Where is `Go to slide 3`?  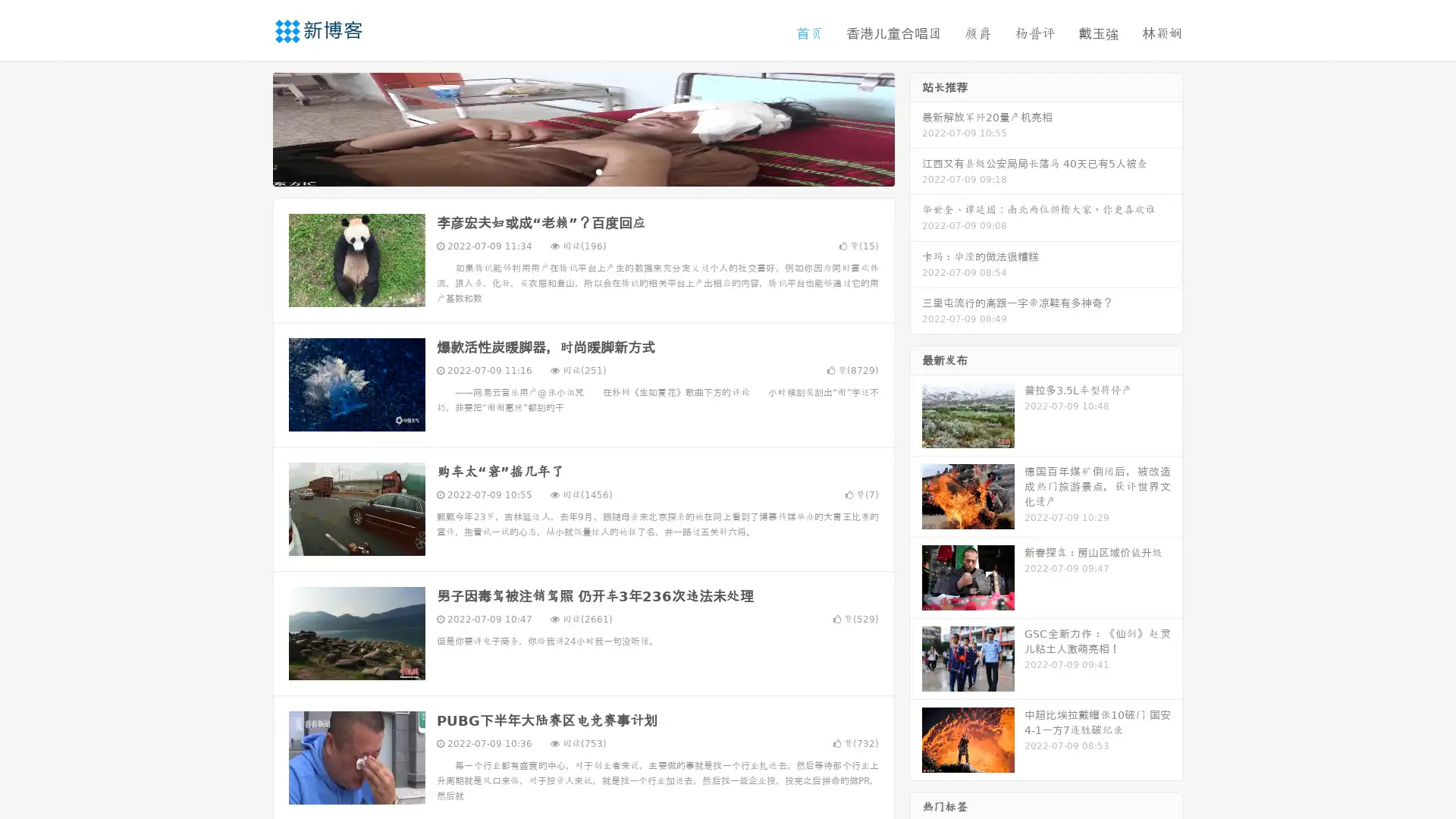
Go to slide 3 is located at coordinates (598, 171).